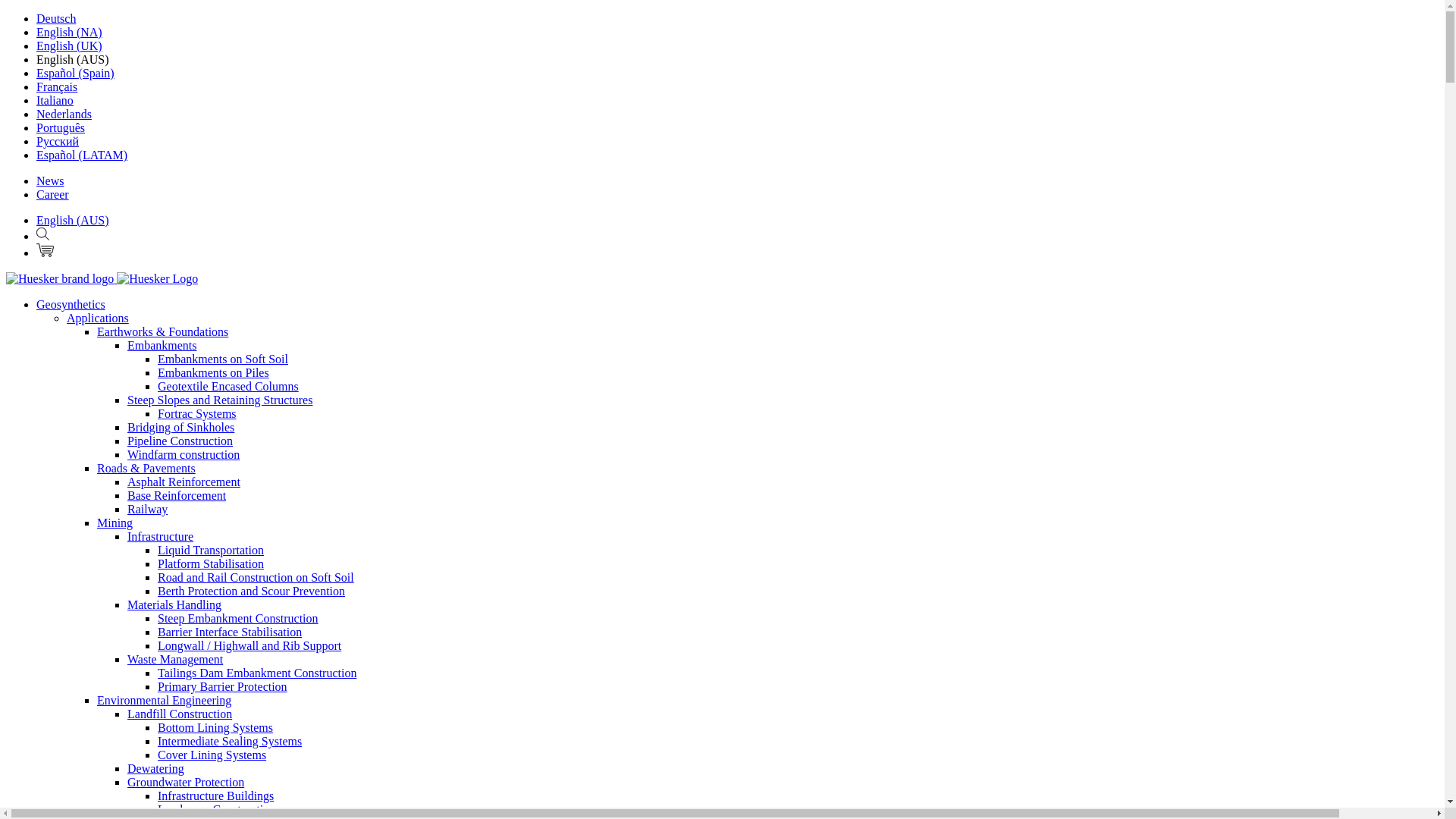  What do you see at coordinates (160, 535) in the screenshot?
I see `'Infrastructure'` at bounding box center [160, 535].